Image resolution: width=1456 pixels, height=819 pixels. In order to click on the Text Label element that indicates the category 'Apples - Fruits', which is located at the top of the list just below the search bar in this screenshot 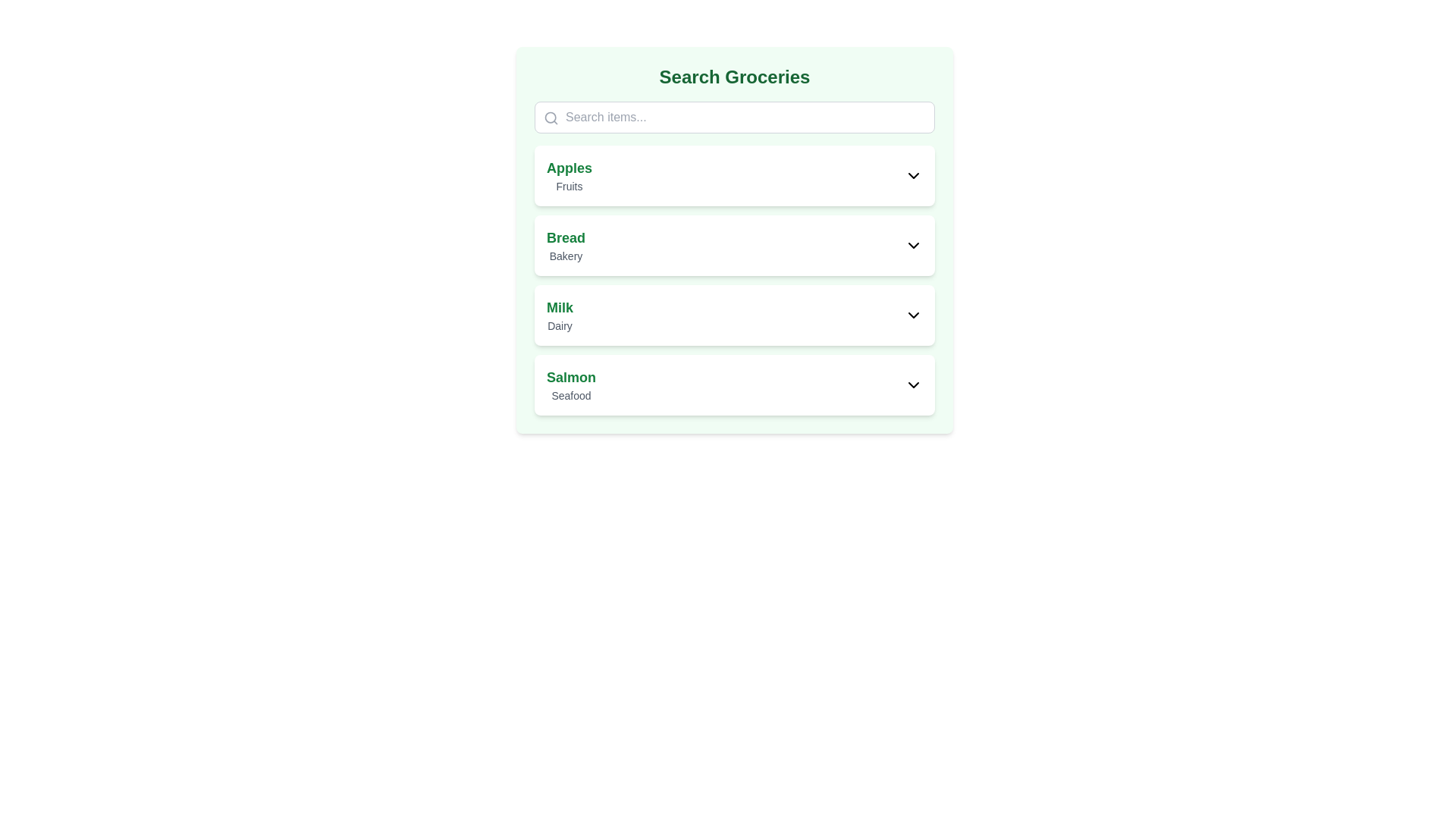, I will do `click(569, 174)`.